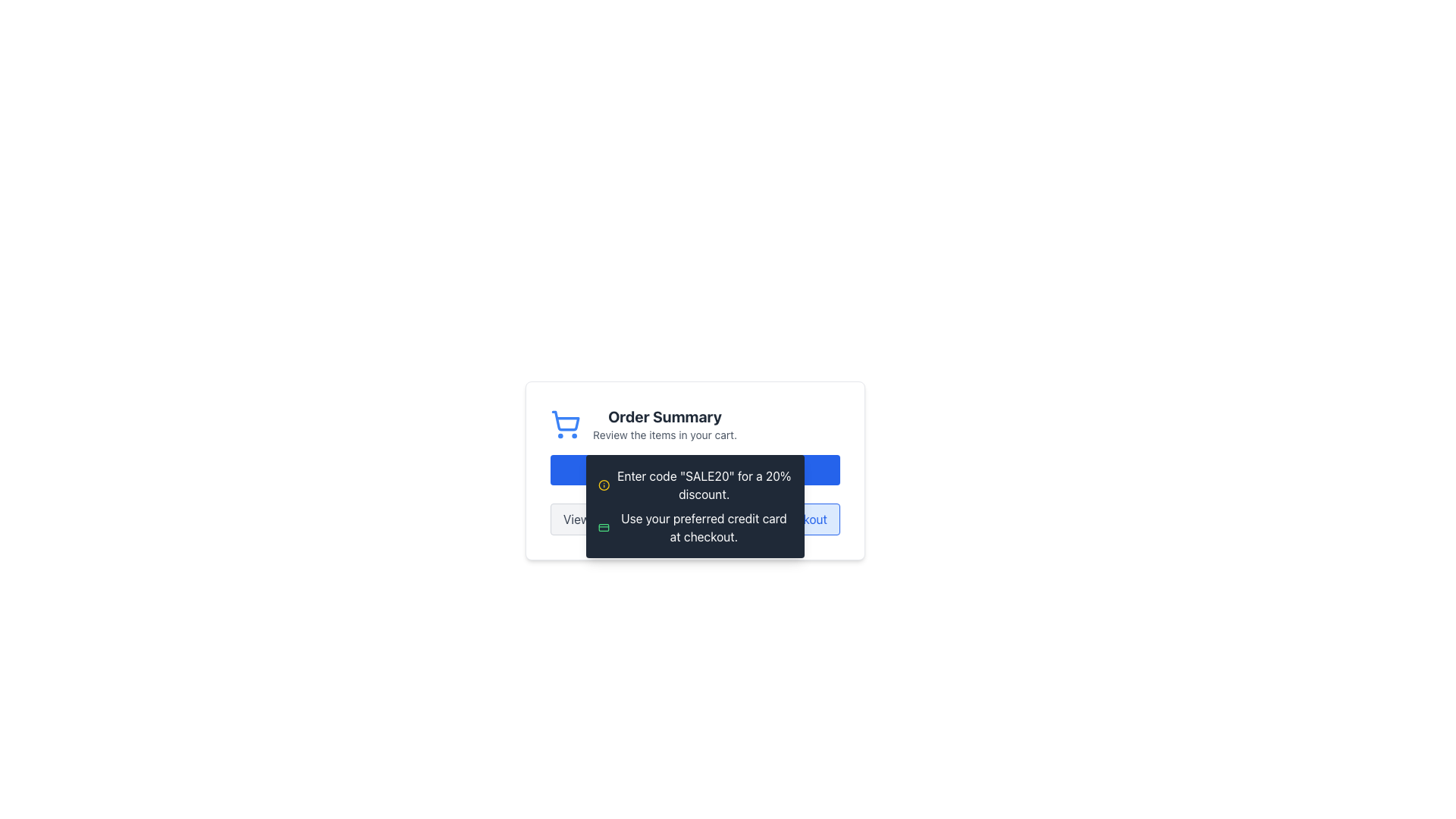 This screenshot has height=819, width=1456. I want to click on the promotional message text with icon that informs users about a discount code, located in the first section of the notification box, so click(694, 485).